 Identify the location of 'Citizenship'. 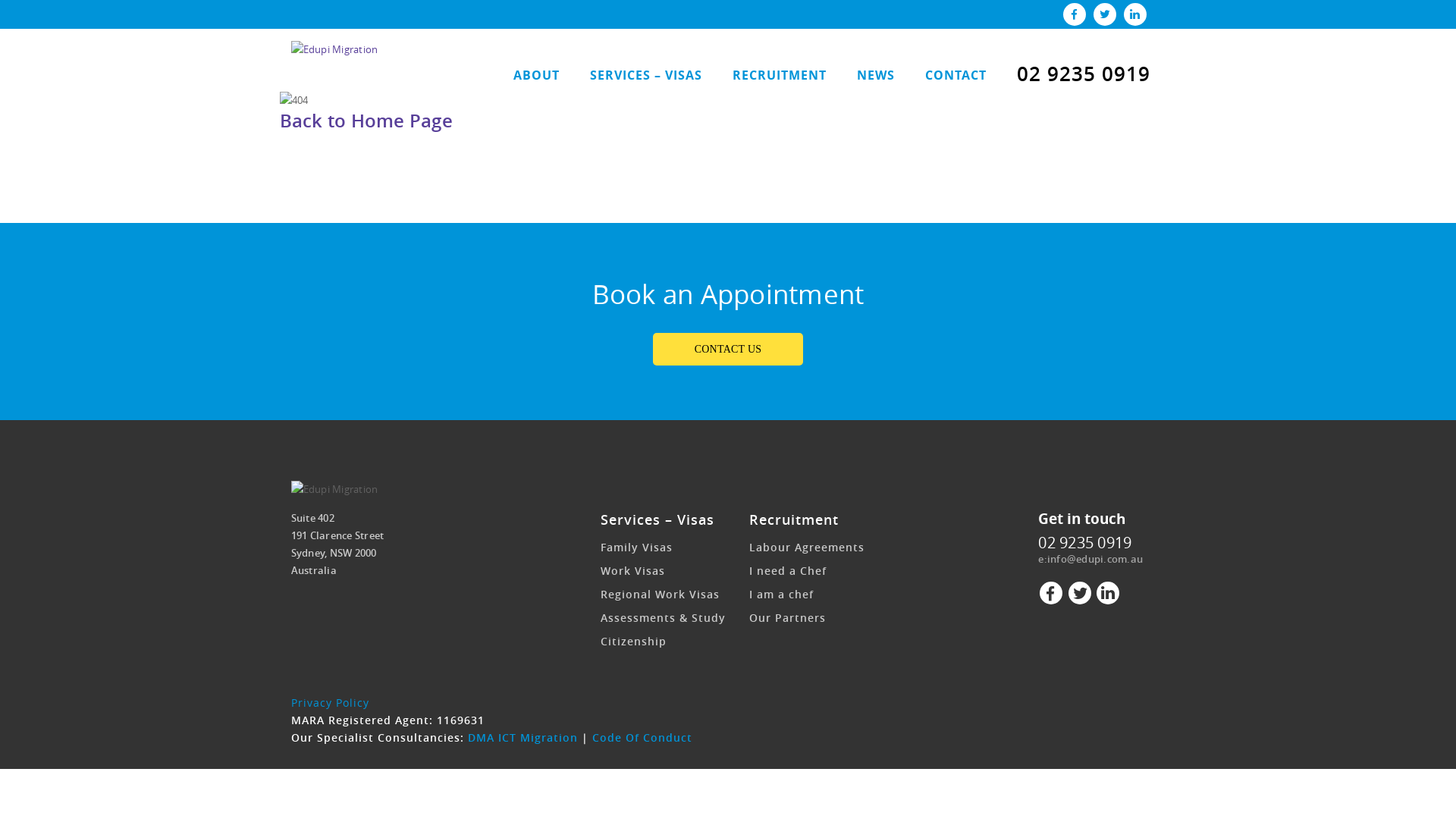
(633, 641).